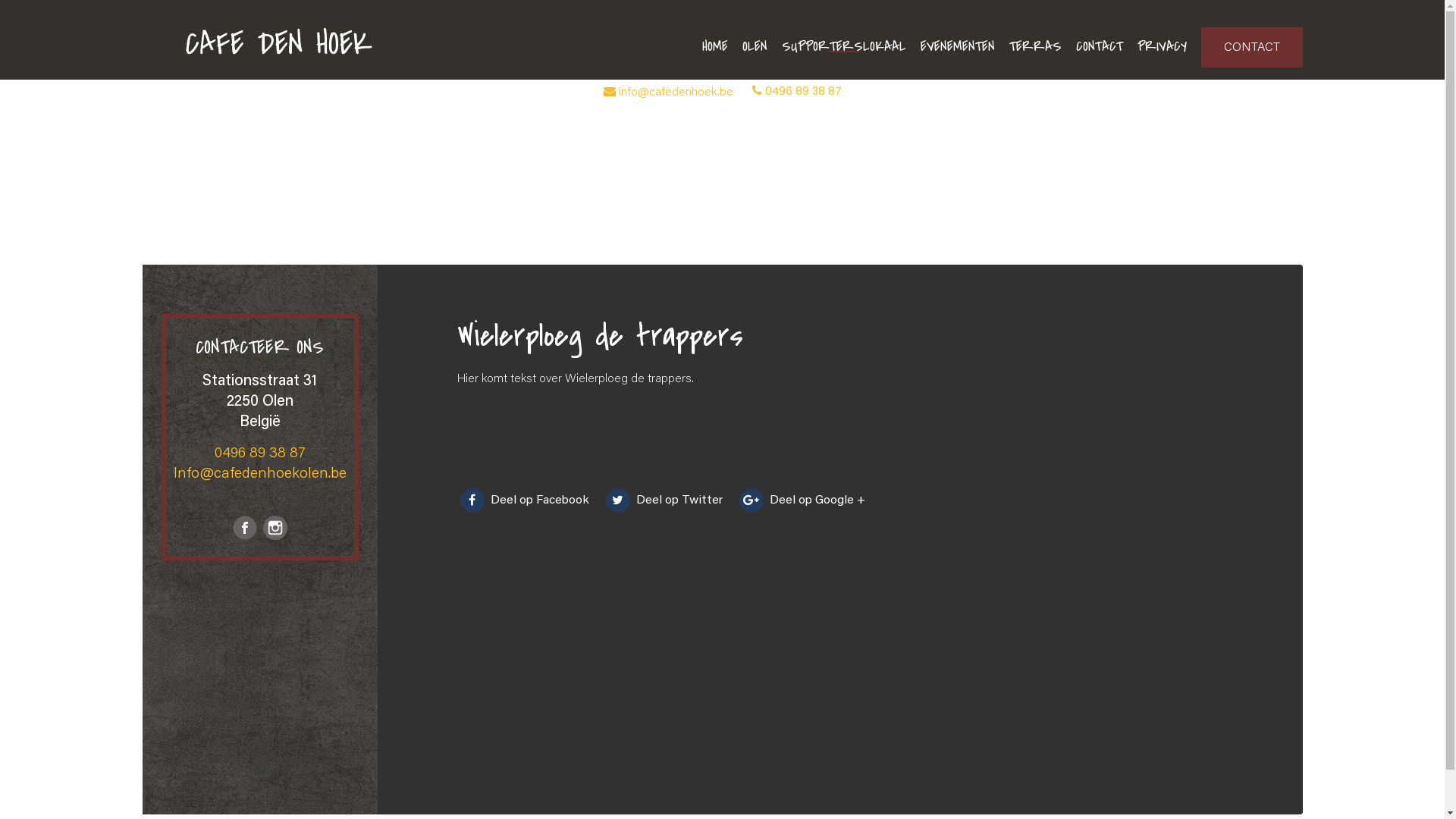  I want to click on 'info@cafedenhoek.be', so click(675, 93).